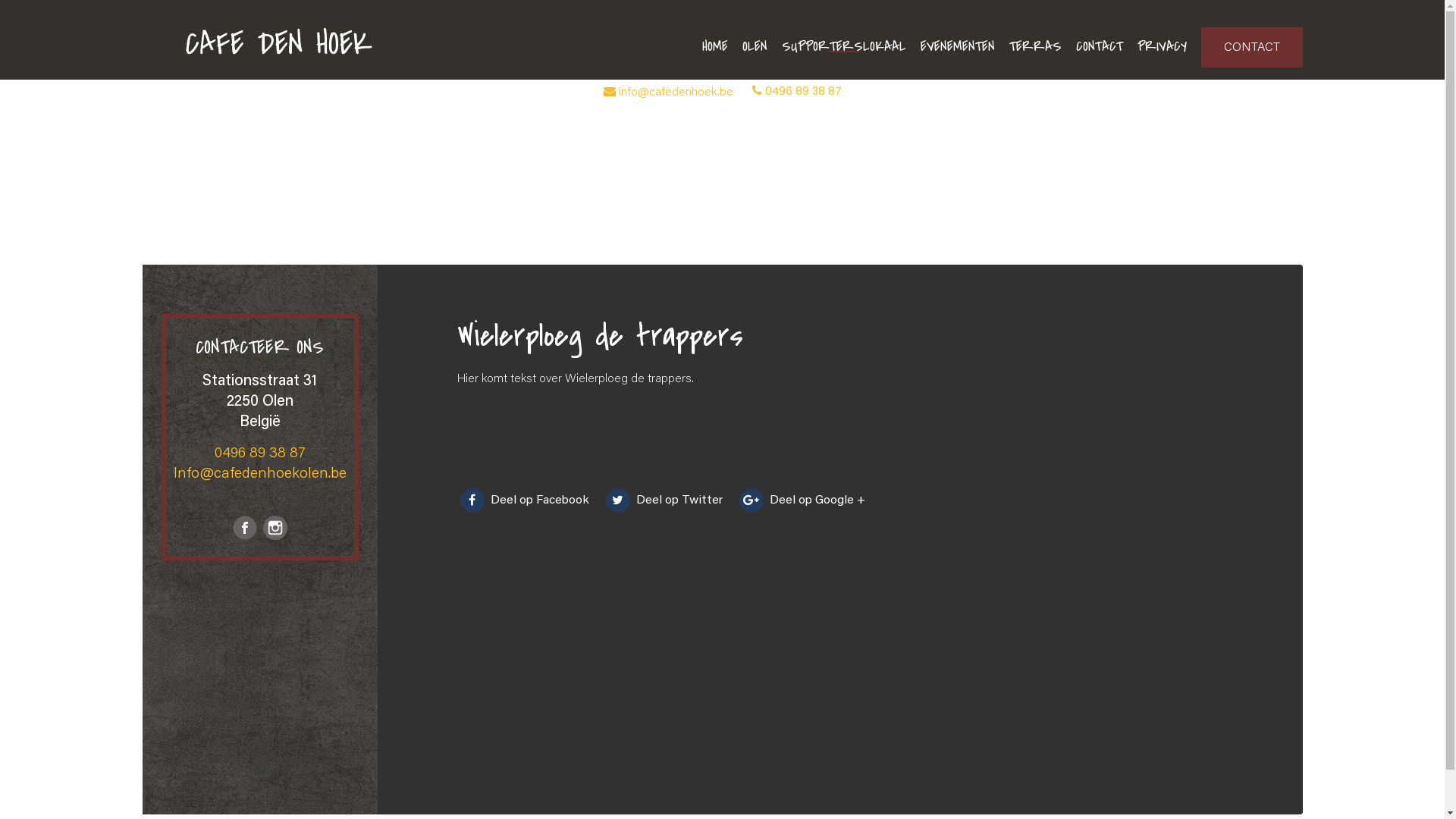  I want to click on 'info@cafedenhoek.be', so click(675, 93).